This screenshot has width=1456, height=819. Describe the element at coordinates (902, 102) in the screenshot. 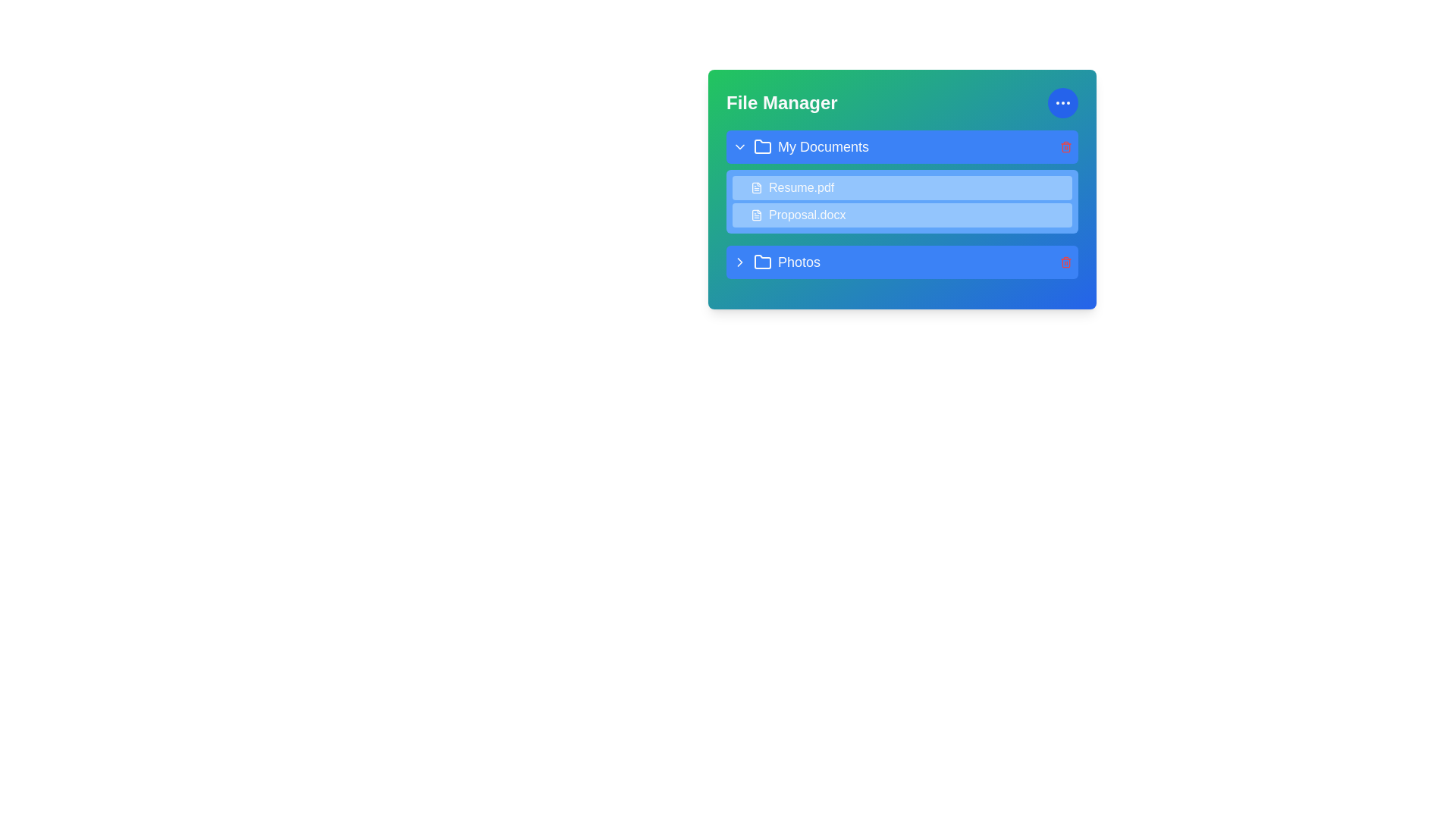

I see `text 'File Manager' on the banner at the top of the file manager interface` at that location.